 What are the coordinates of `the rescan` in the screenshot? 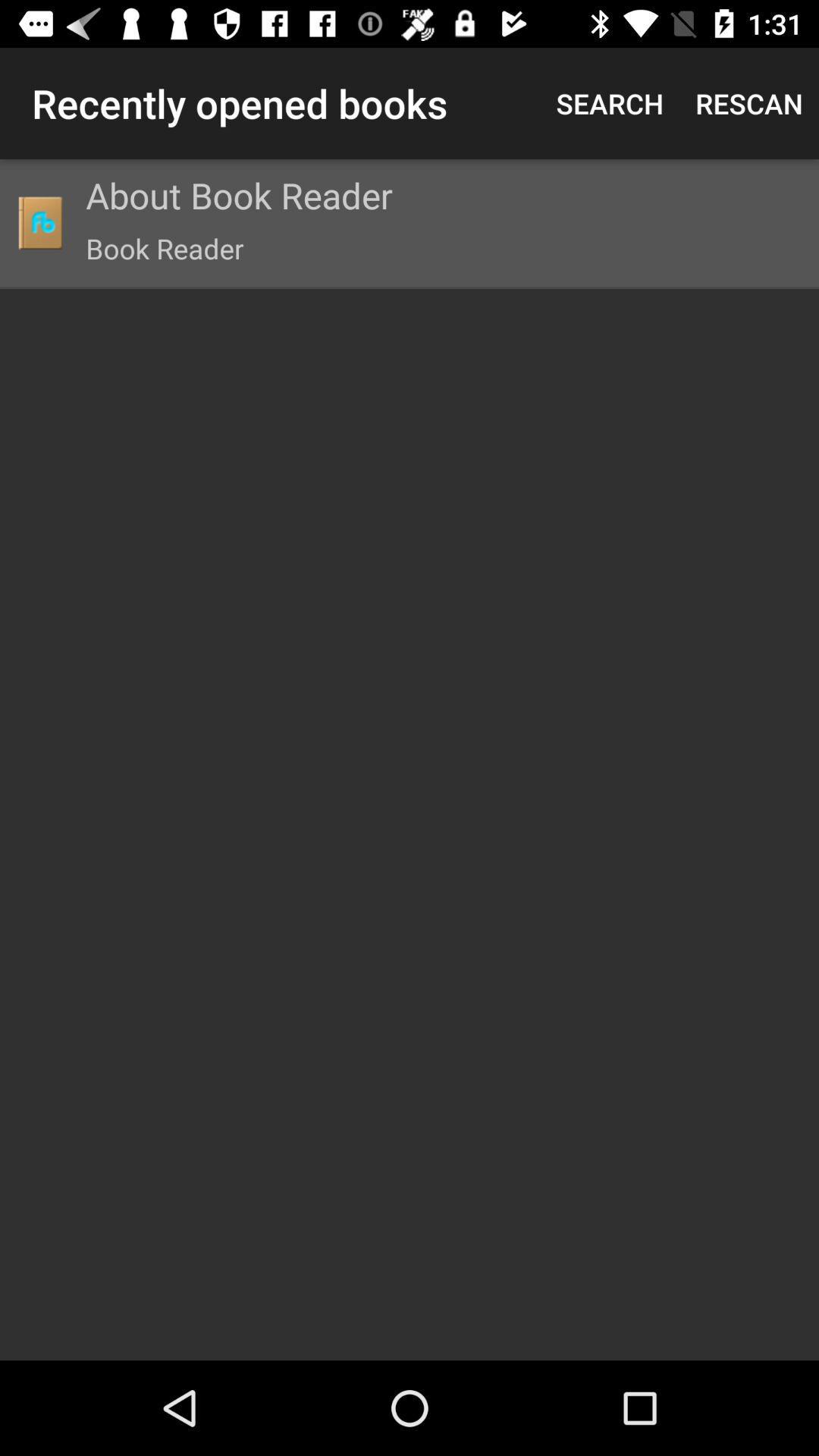 It's located at (748, 102).